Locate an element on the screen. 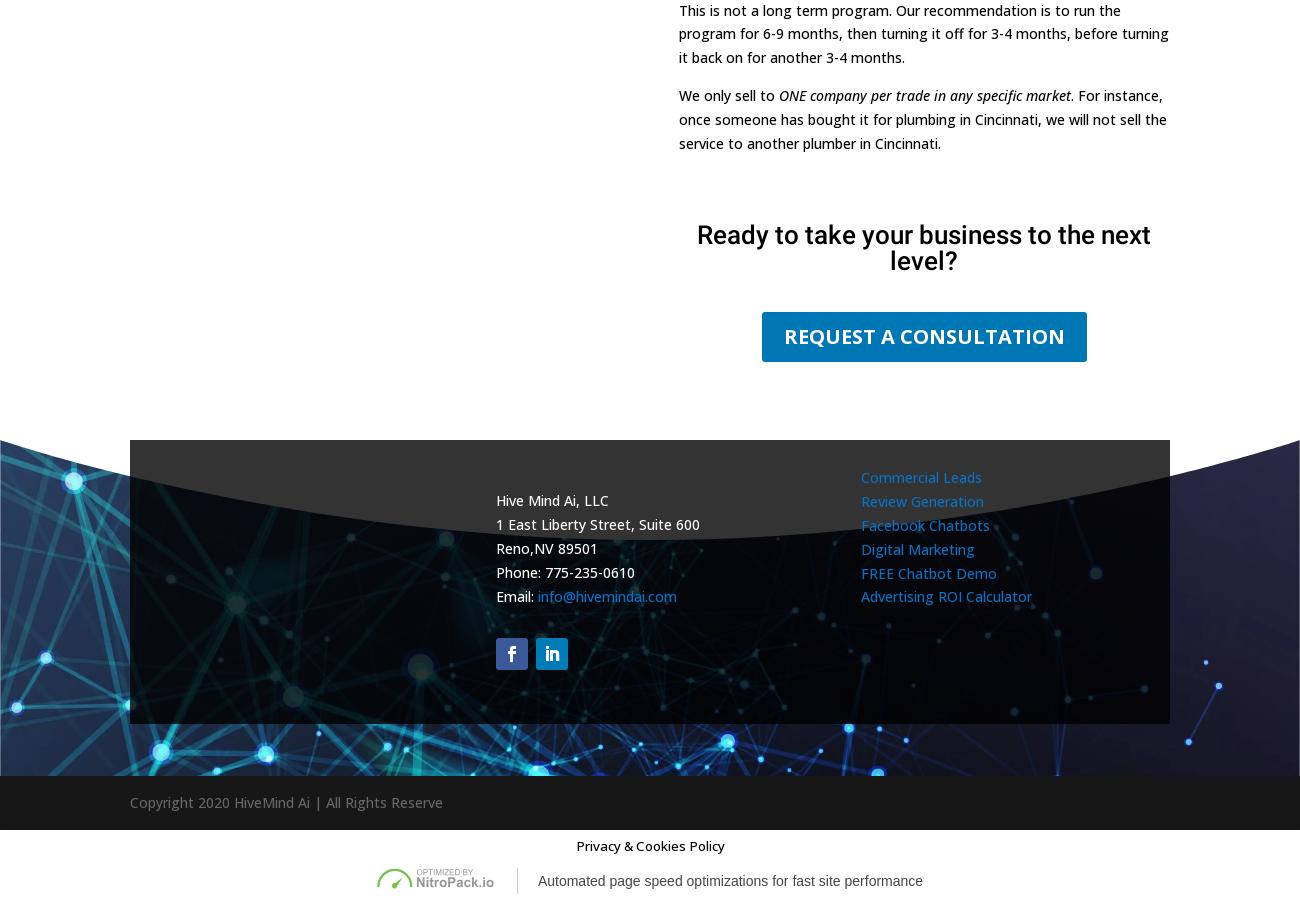 The image size is (1300, 898). 'Phone:' is located at coordinates (519, 570).